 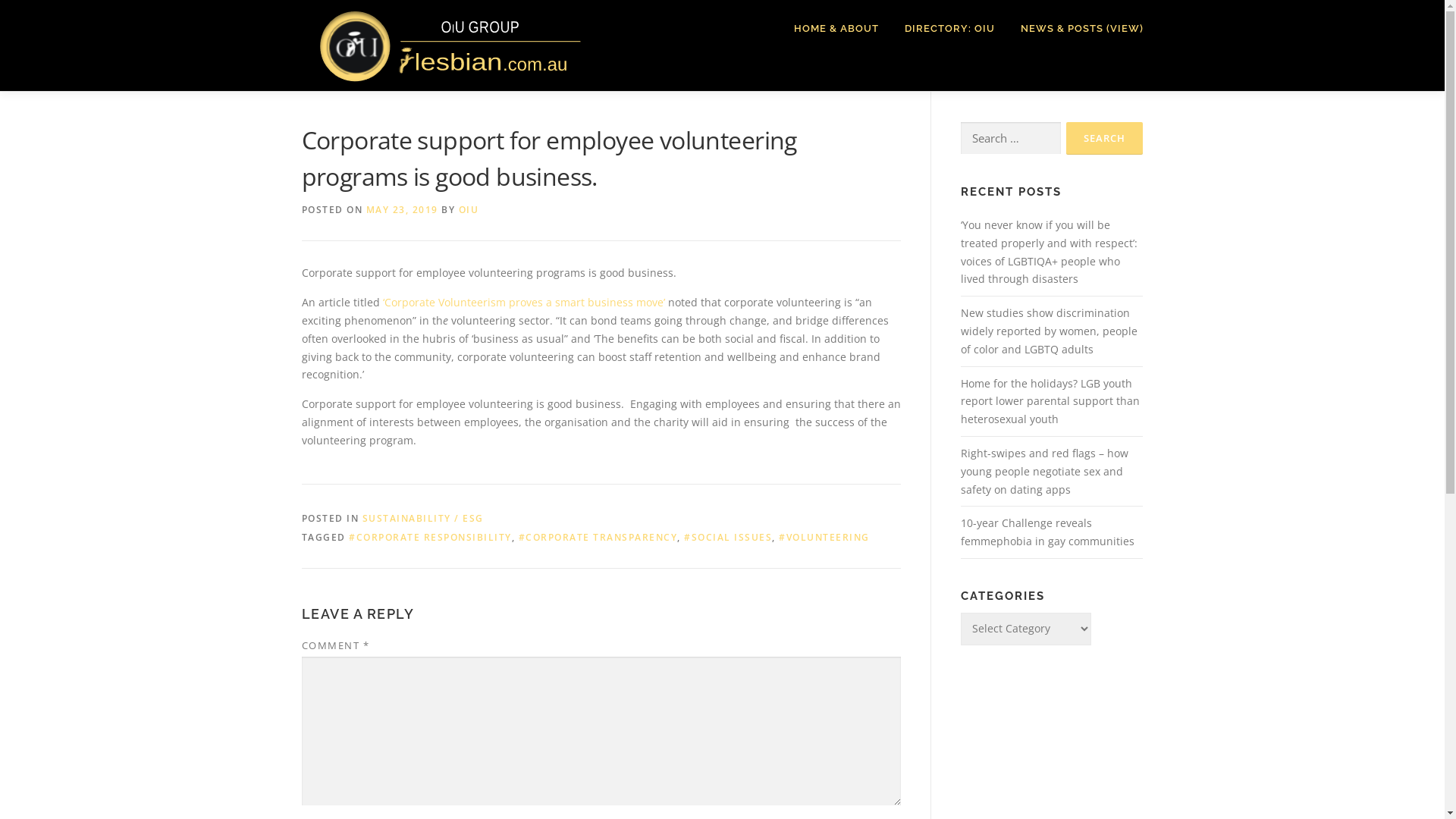 I want to click on 'OIU', so click(x=467, y=209).